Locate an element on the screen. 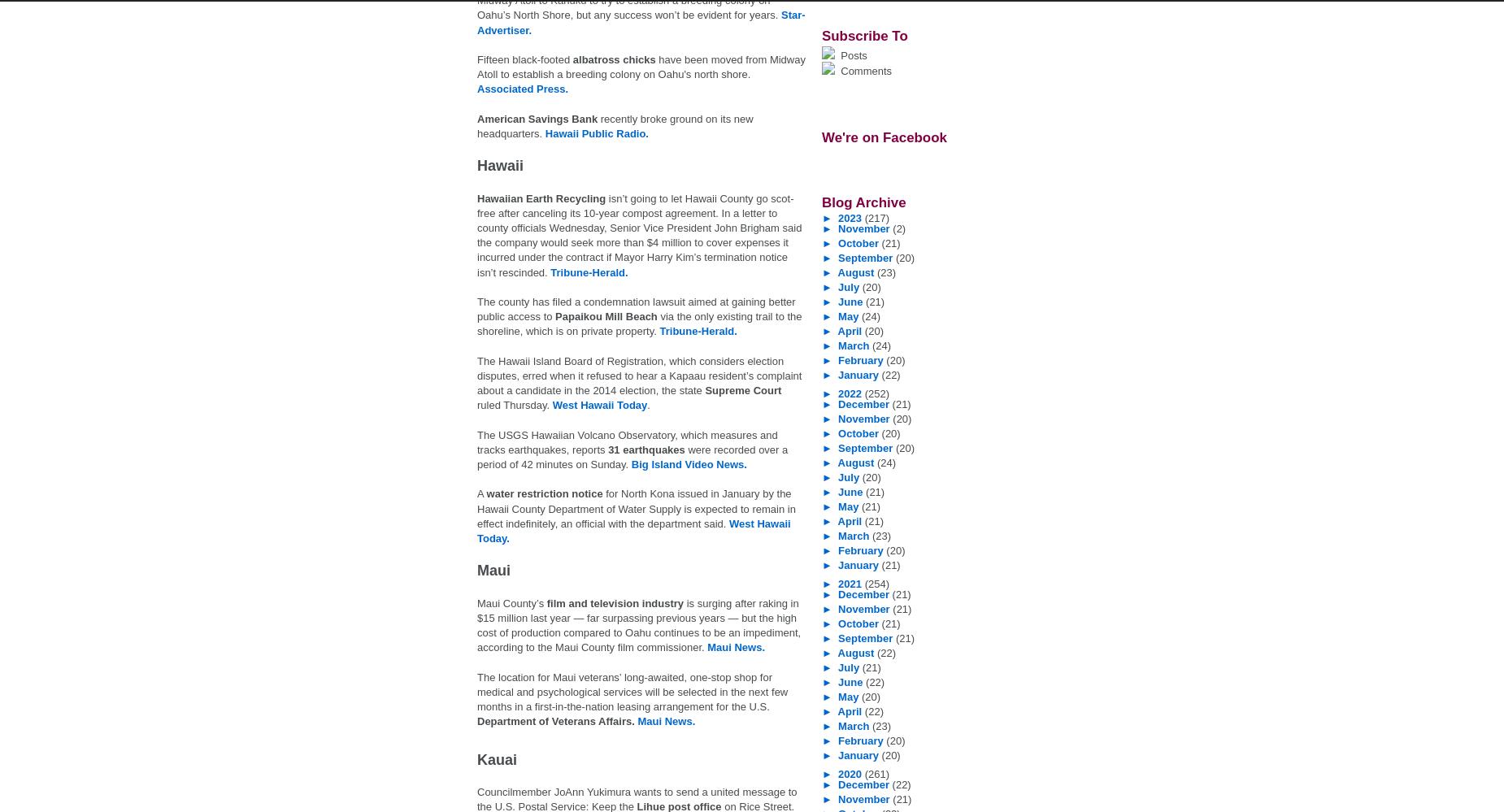 This screenshot has height=812, width=1504. 'Papaikou Mill Beach' is located at coordinates (606, 315).